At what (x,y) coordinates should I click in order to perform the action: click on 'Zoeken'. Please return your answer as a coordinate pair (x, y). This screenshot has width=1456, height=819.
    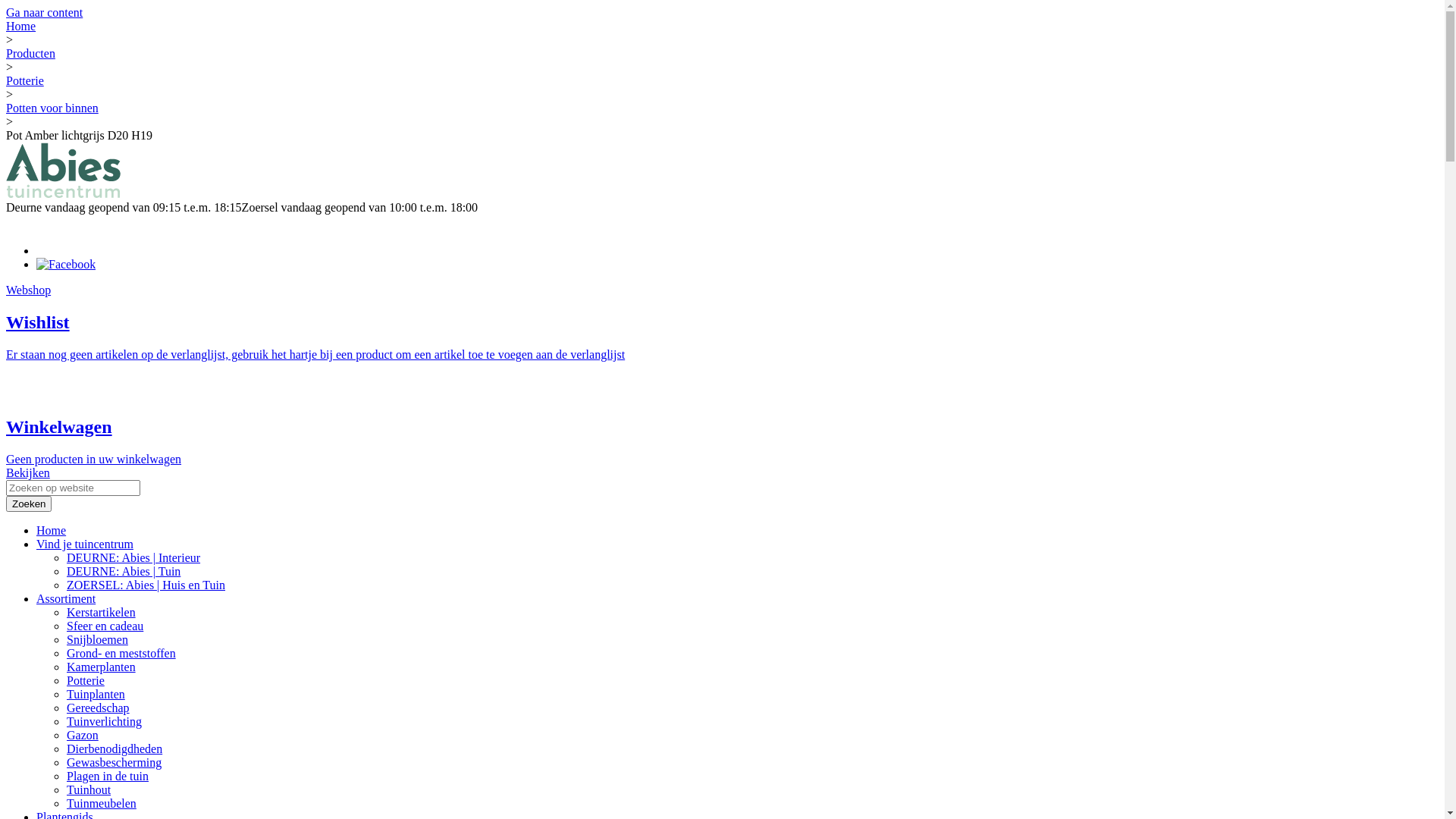
    Looking at the image, I should click on (29, 504).